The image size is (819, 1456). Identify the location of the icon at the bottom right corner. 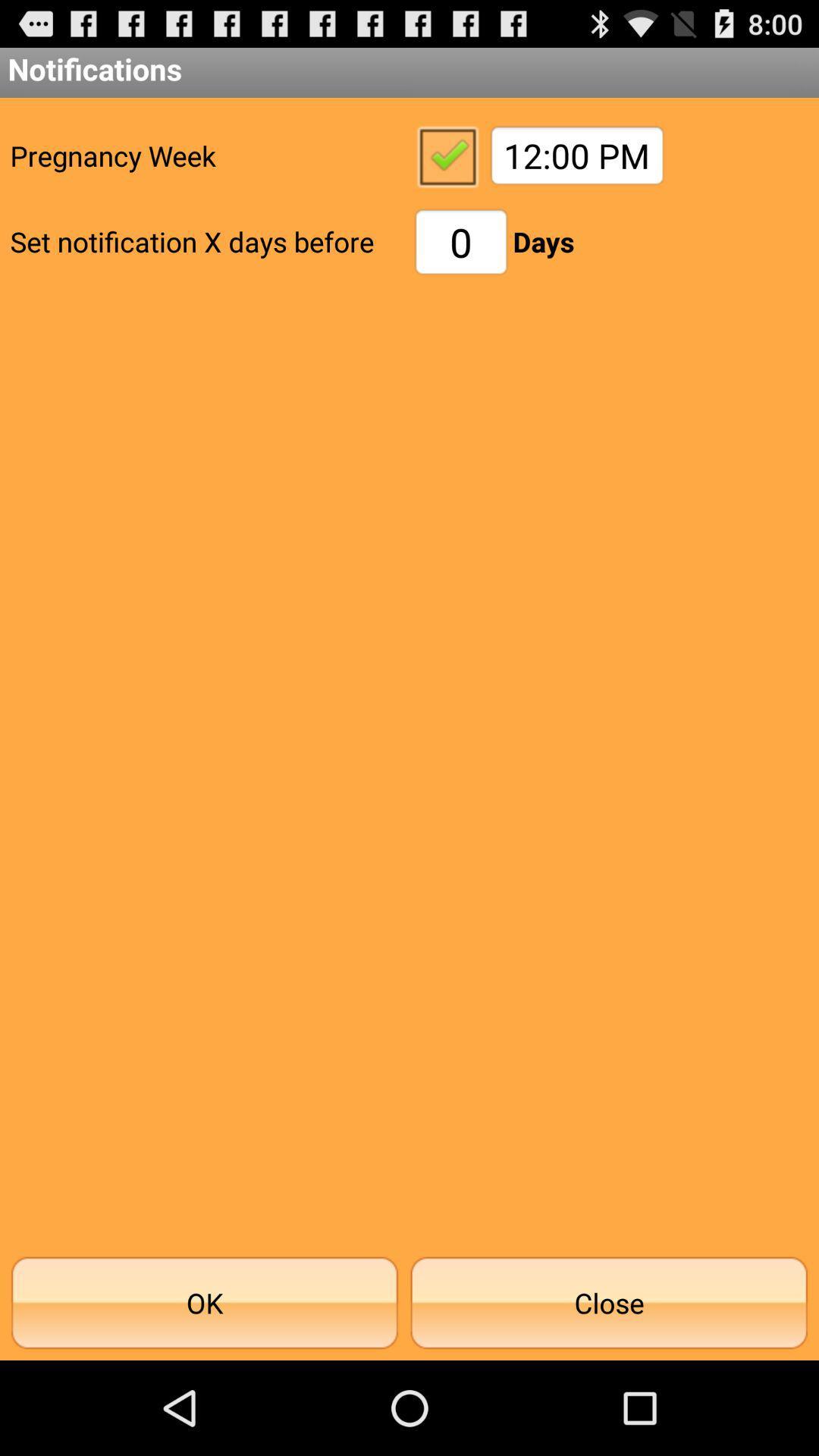
(608, 1302).